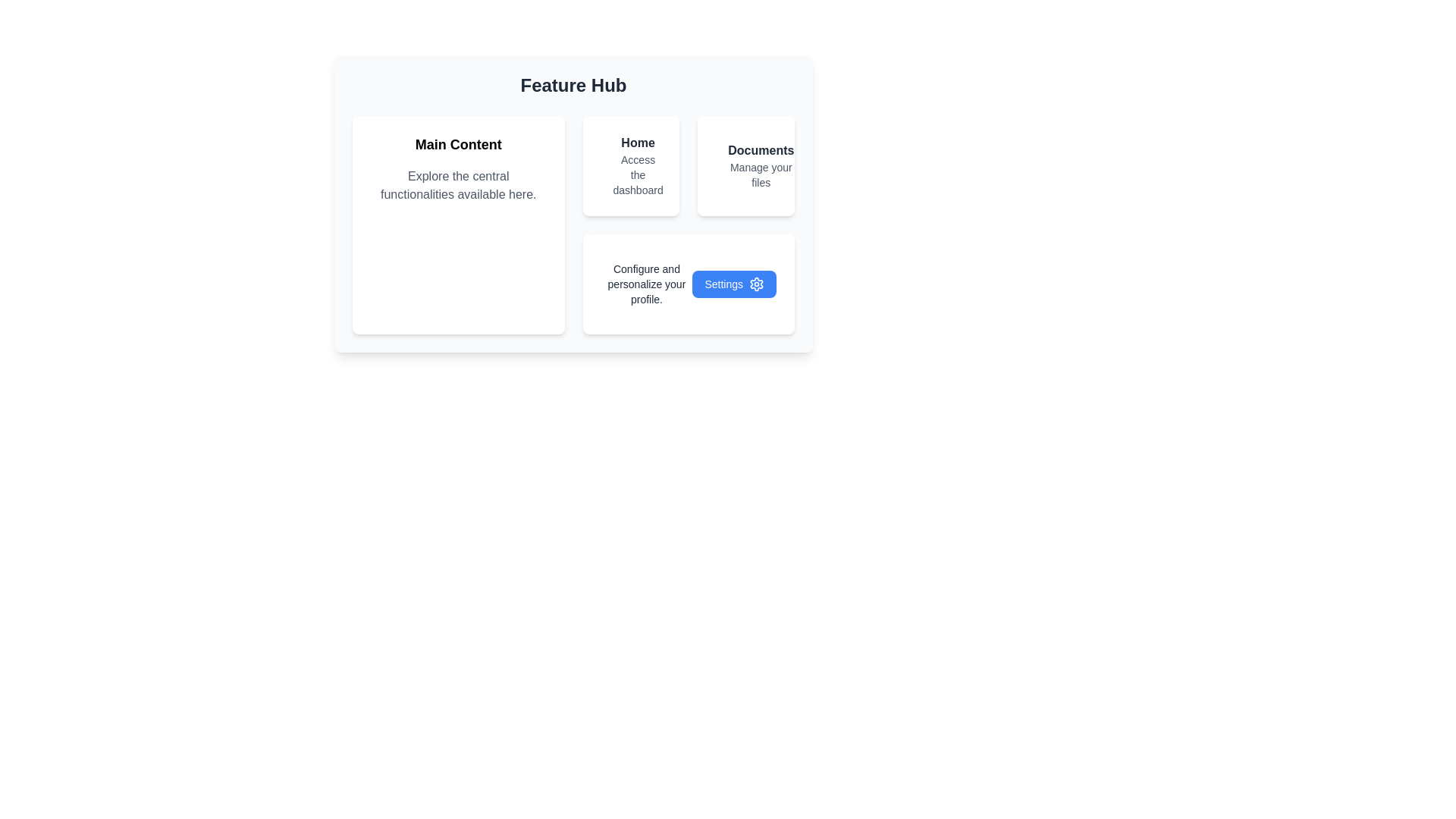 The image size is (1456, 819). I want to click on the 'Home' text label displayed in bold dark gray font, prominently positioned at the top center of the card labeled 'Access the dashboard', so click(638, 143).